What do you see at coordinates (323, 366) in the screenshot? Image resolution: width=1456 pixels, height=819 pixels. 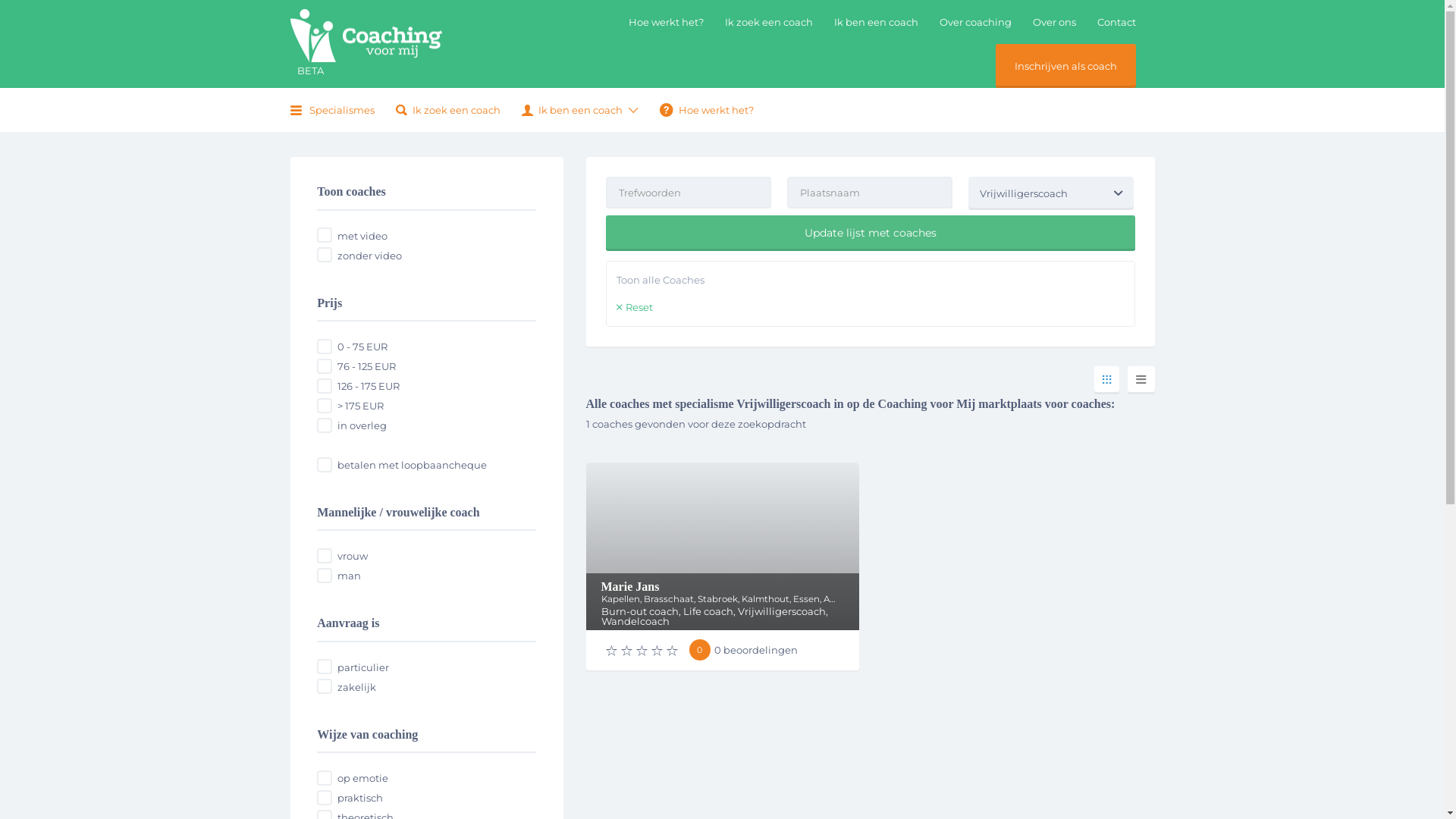 I see `'76_125'` at bounding box center [323, 366].